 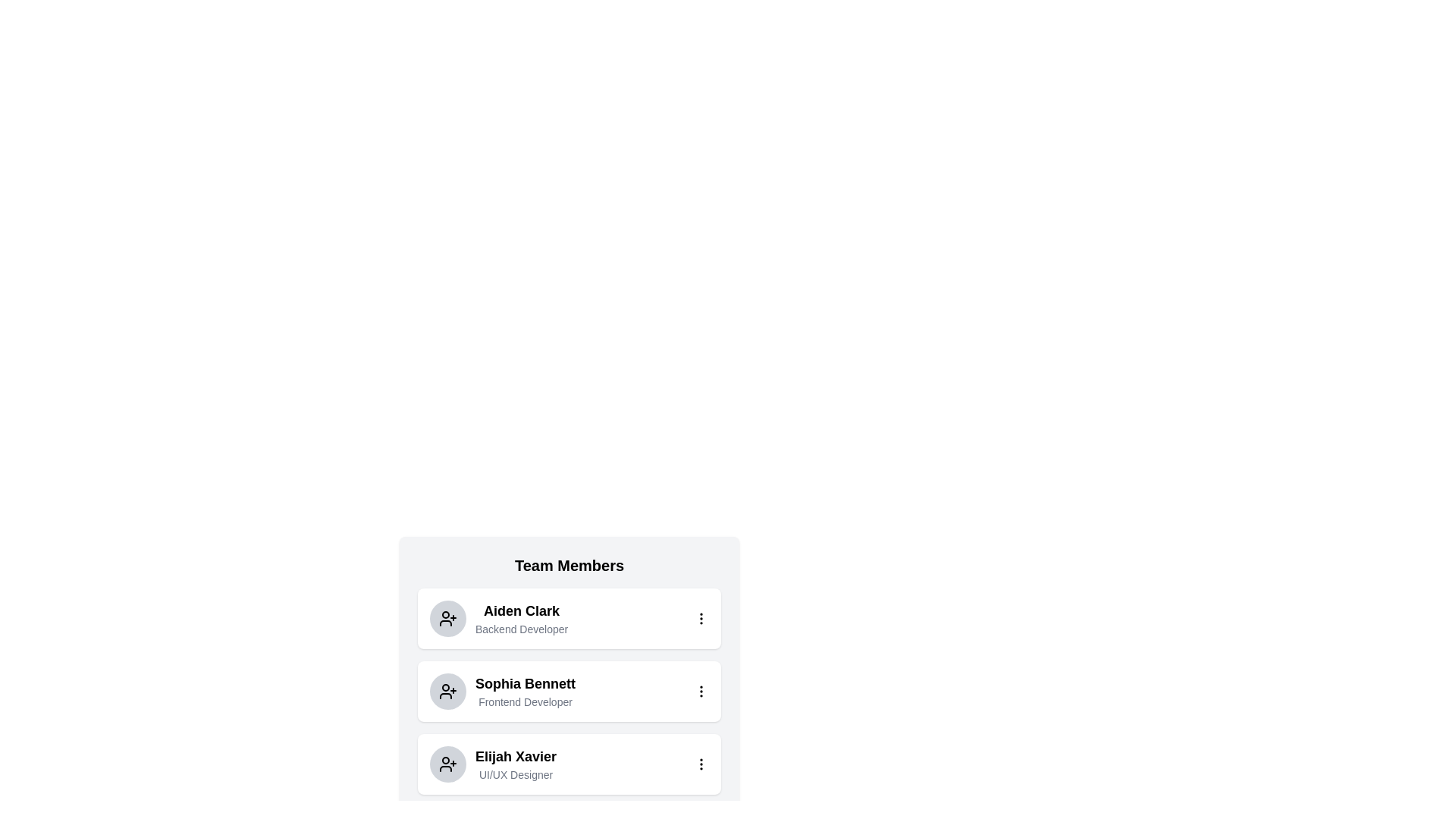 I want to click on the User Profile Block for 'Aiden Clark', a Backend Developer, so click(x=499, y=619).